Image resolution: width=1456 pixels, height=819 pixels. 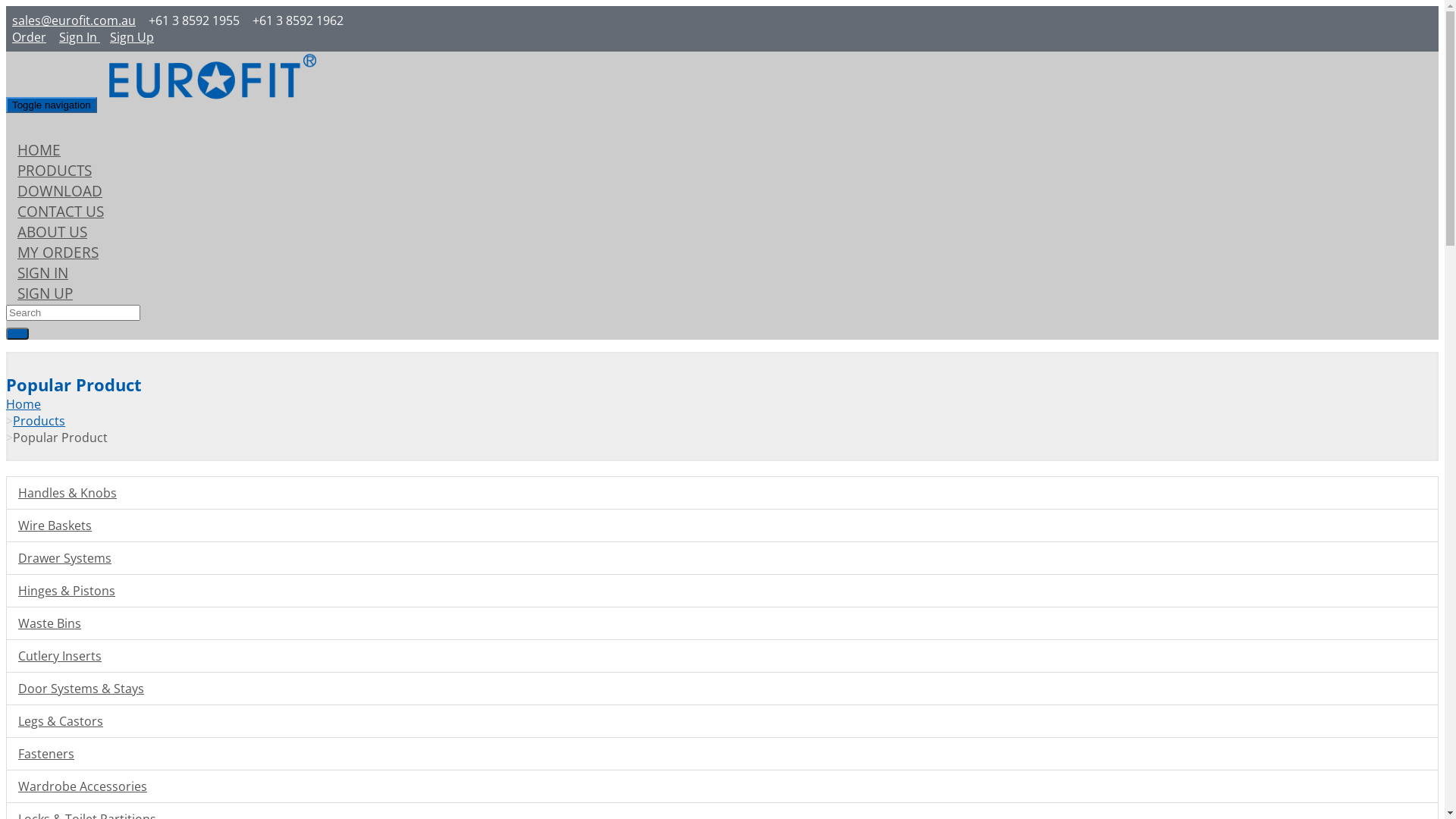 I want to click on 'CONTACT US', so click(x=61, y=211).